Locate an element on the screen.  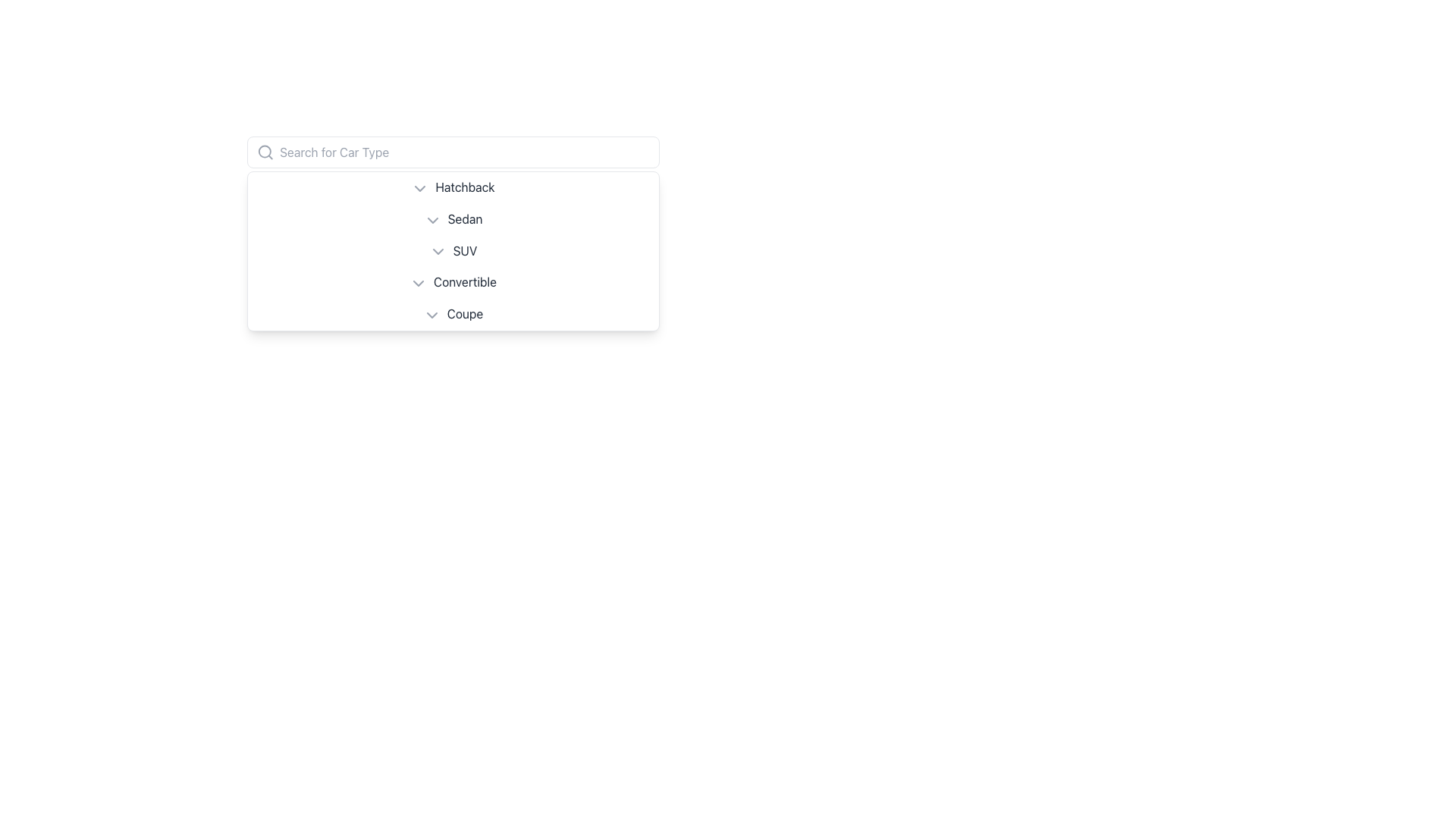
the downward-pointing chevron icon to the left of the 'Convertible' text label is located at coordinates (419, 284).